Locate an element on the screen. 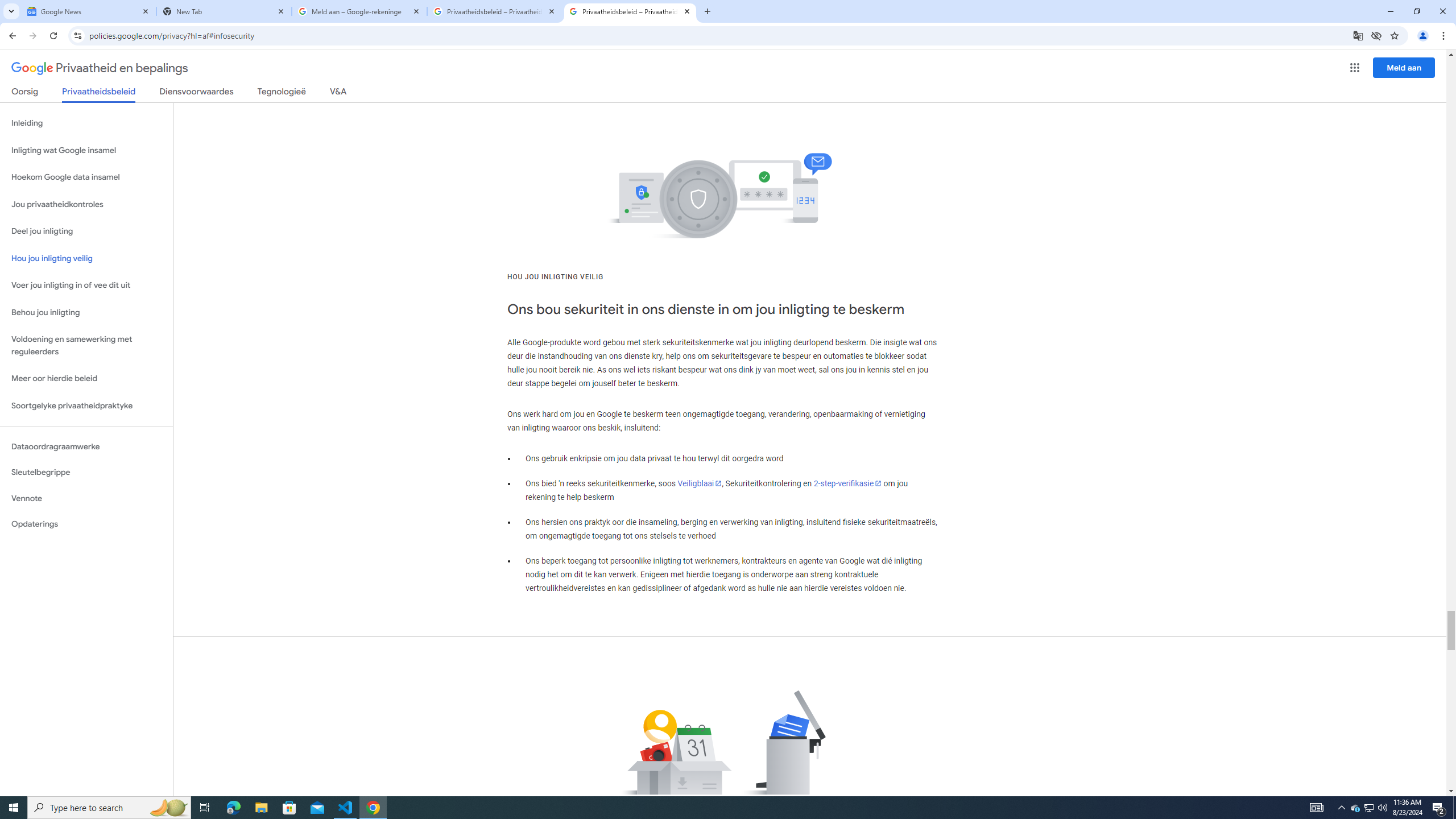 The image size is (1456, 819). 'Oorsig' is located at coordinates (25, 93).